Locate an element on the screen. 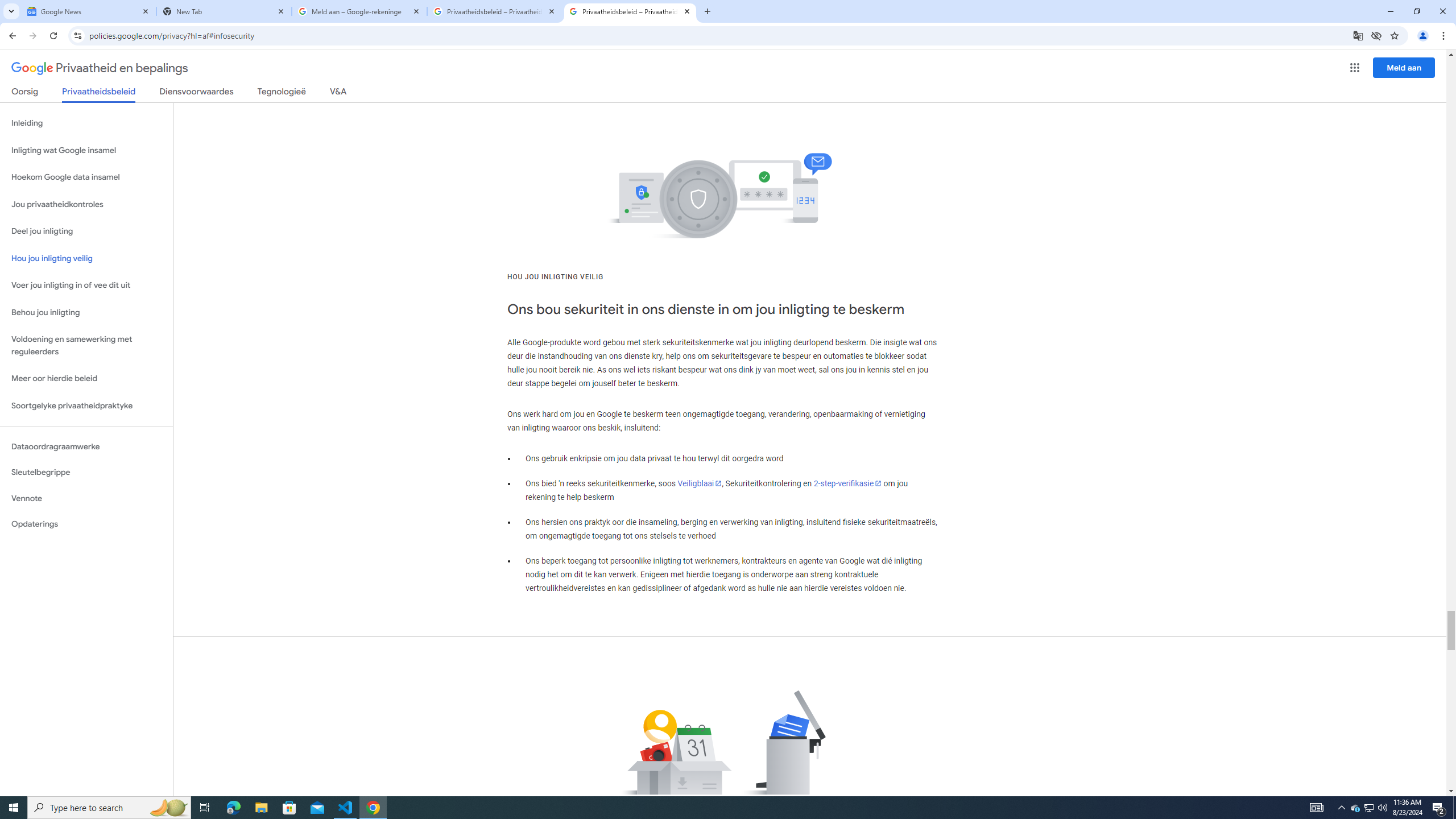 The image size is (1456, 819). 'Oorsig' is located at coordinates (25, 93).